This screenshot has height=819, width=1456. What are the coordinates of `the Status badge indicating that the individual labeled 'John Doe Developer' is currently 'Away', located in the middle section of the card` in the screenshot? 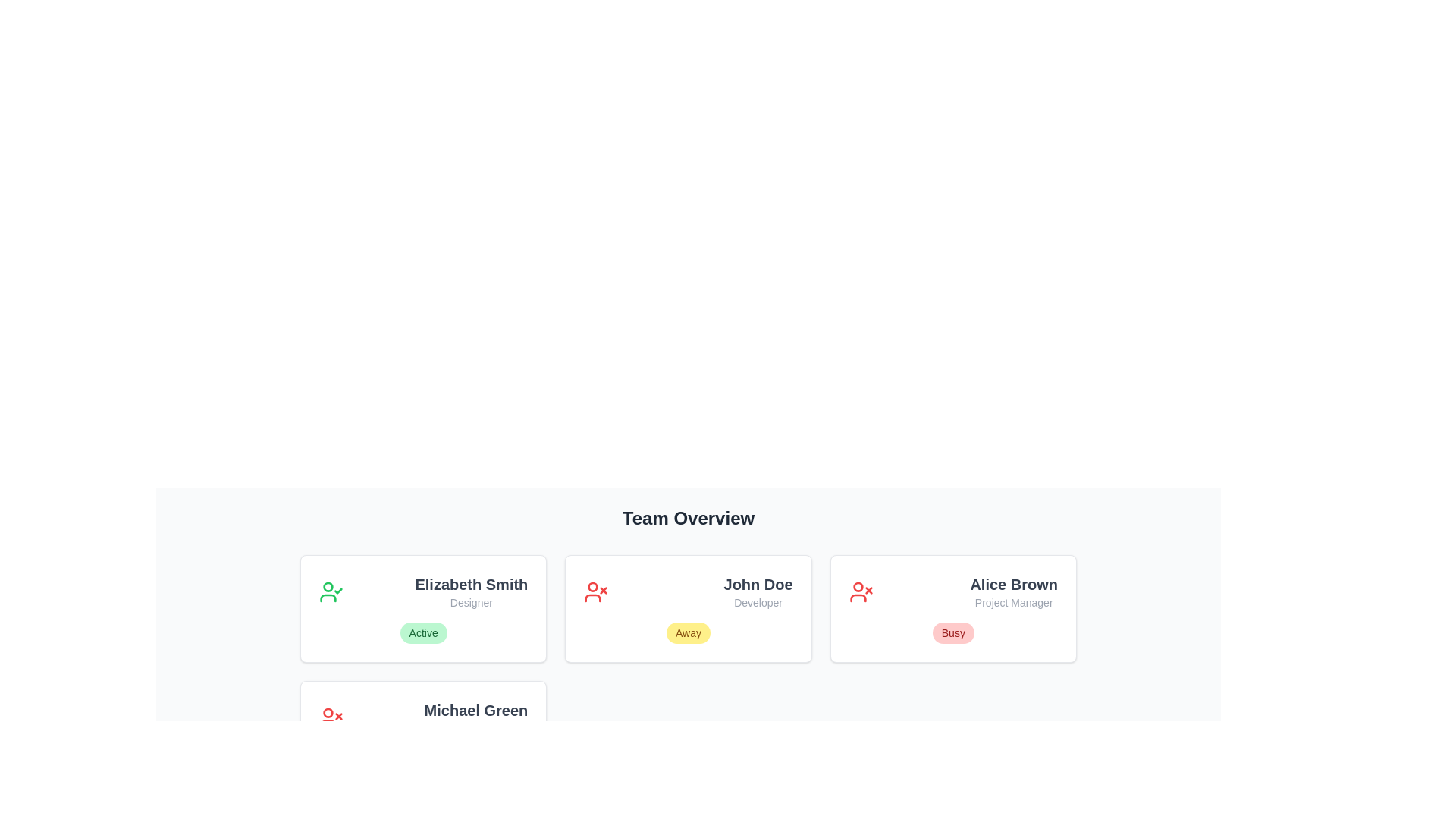 It's located at (687, 632).